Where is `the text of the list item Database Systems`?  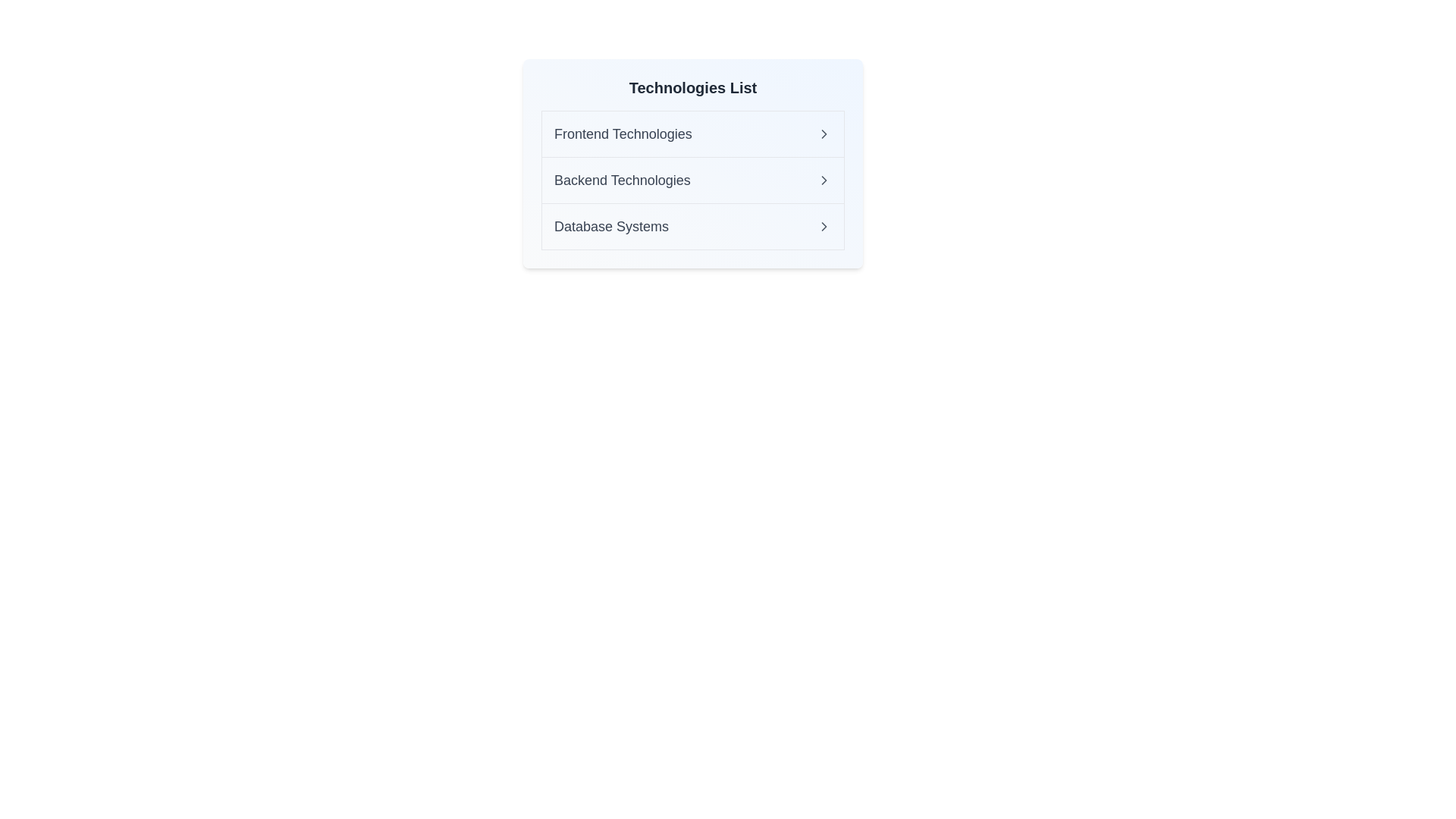
the text of the list item Database Systems is located at coordinates (622, 227).